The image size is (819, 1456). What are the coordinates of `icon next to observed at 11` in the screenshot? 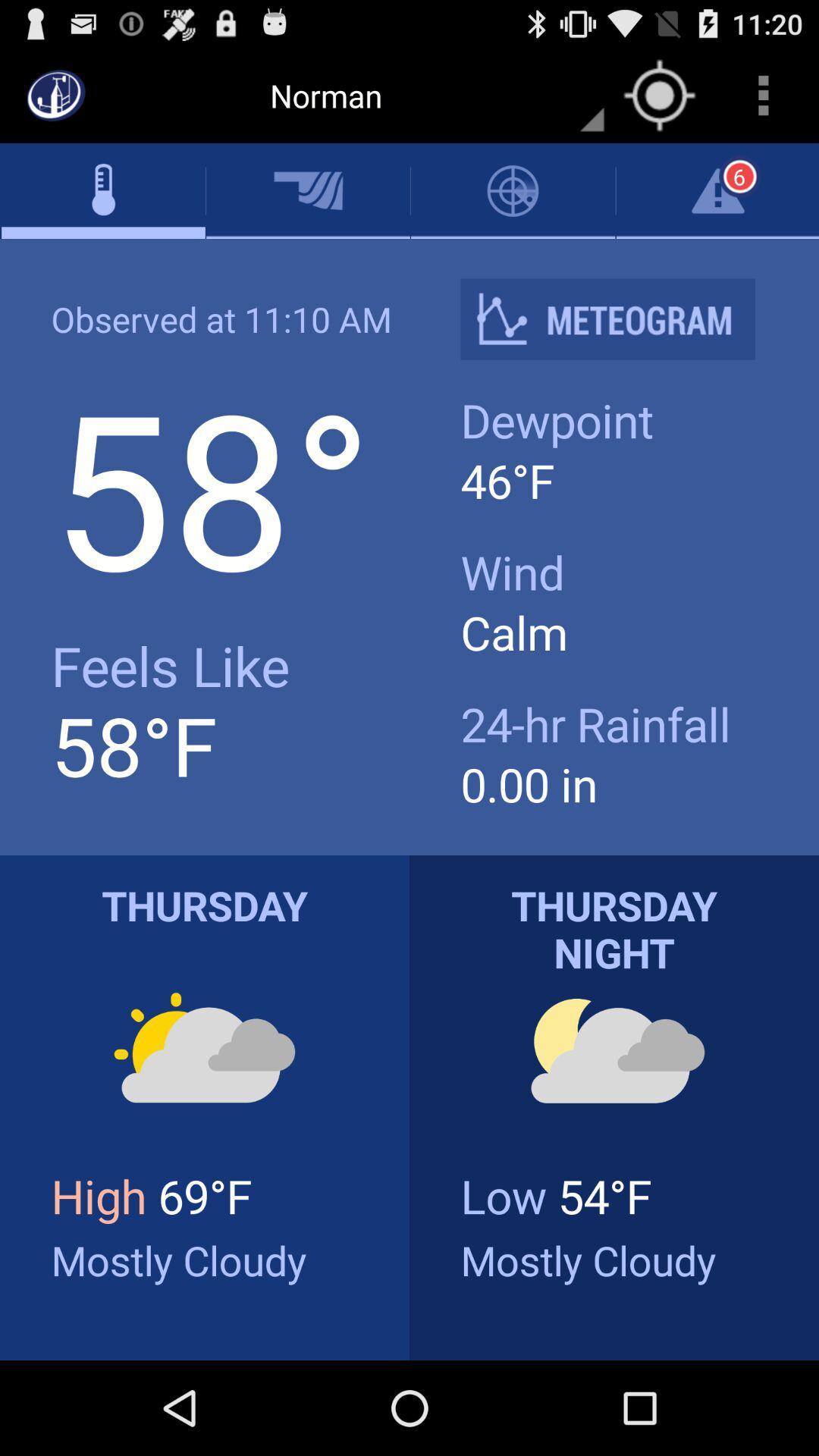 It's located at (620, 318).